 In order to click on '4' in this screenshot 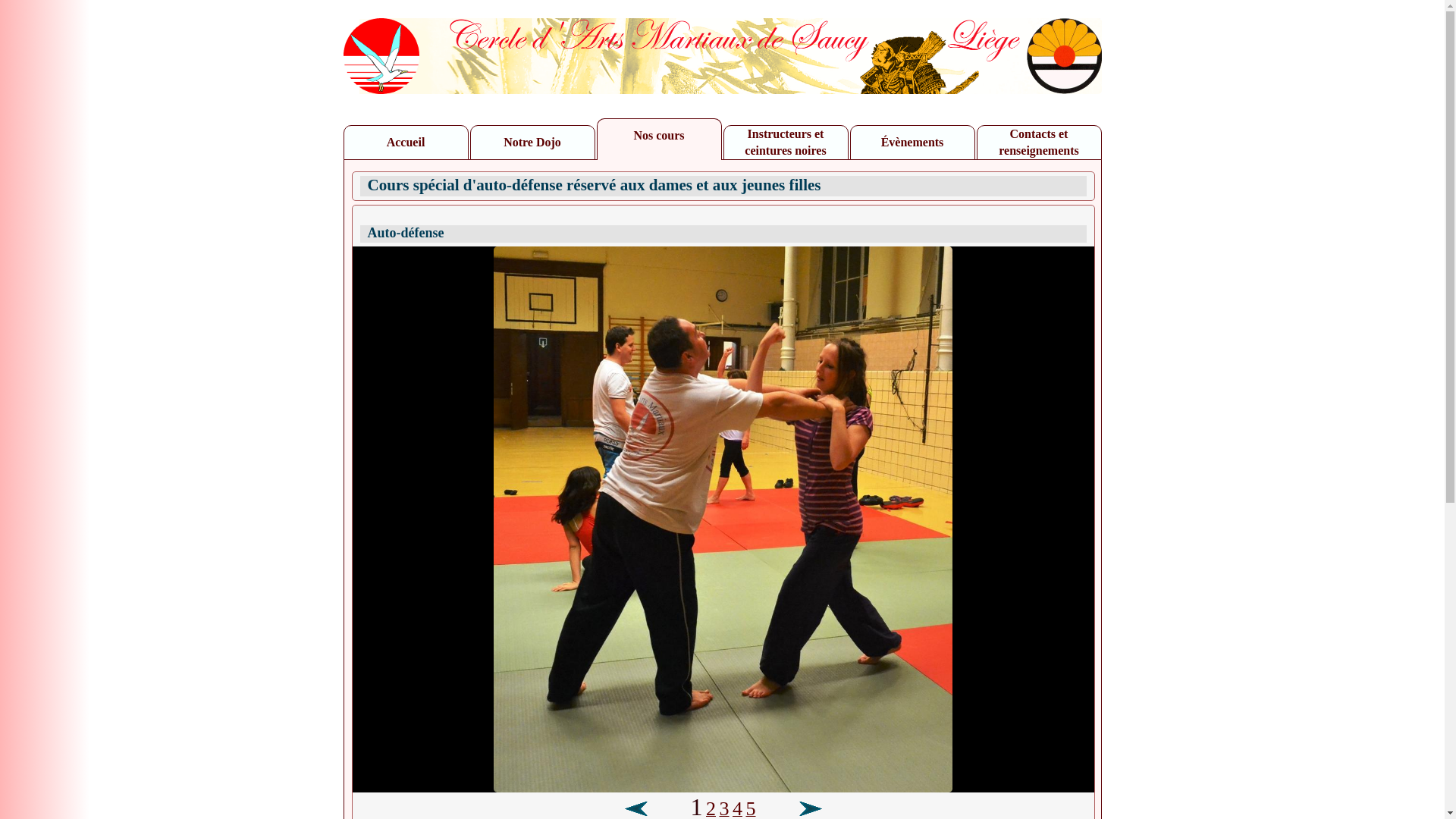, I will do `click(737, 809)`.